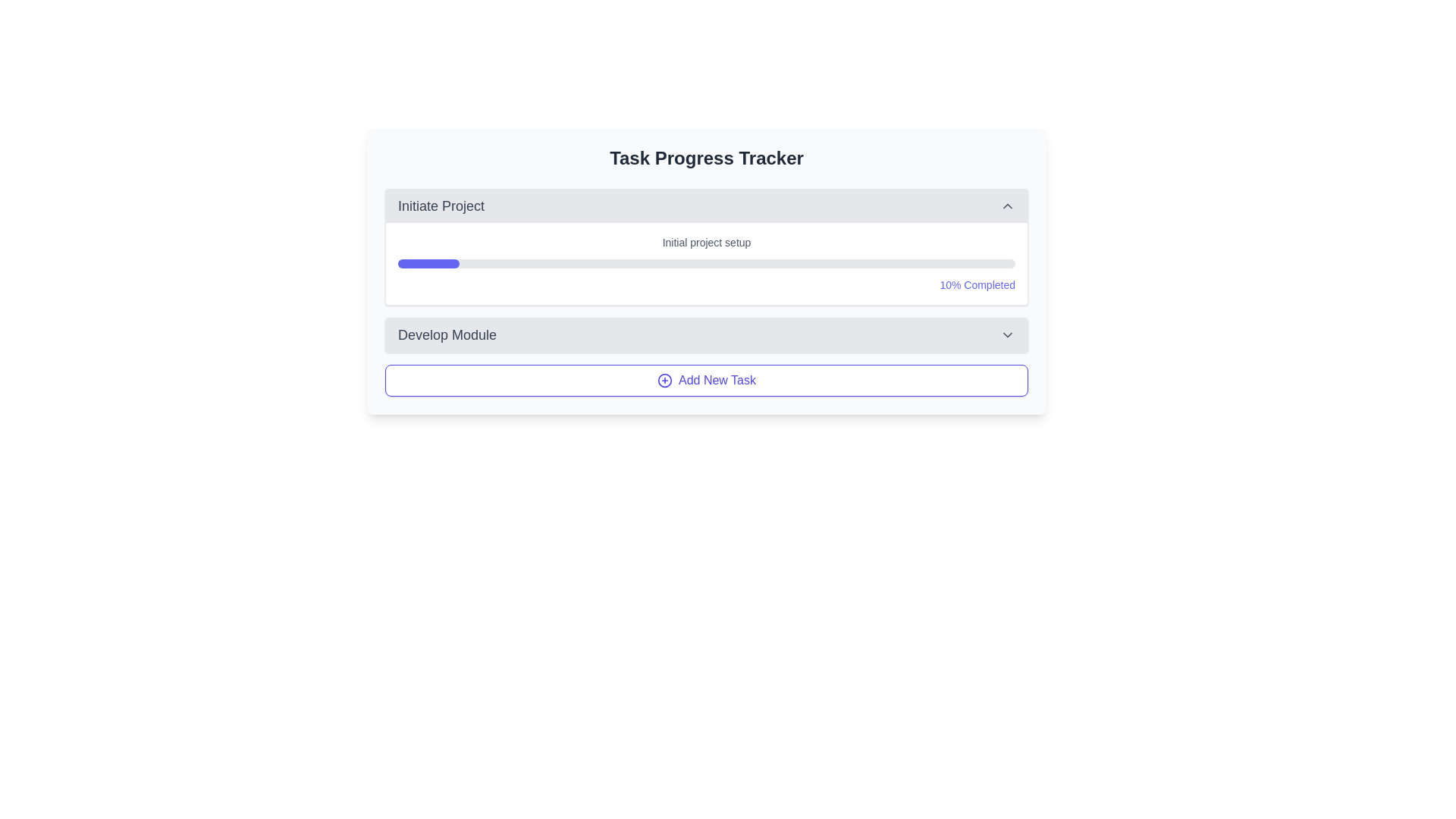 Image resolution: width=1456 pixels, height=819 pixels. What do you see at coordinates (705, 242) in the screenshot?
I see `the label text that describes the task in the progress tracker, which is centrally aligned above the progress bar` at bounding box center [705, 242].